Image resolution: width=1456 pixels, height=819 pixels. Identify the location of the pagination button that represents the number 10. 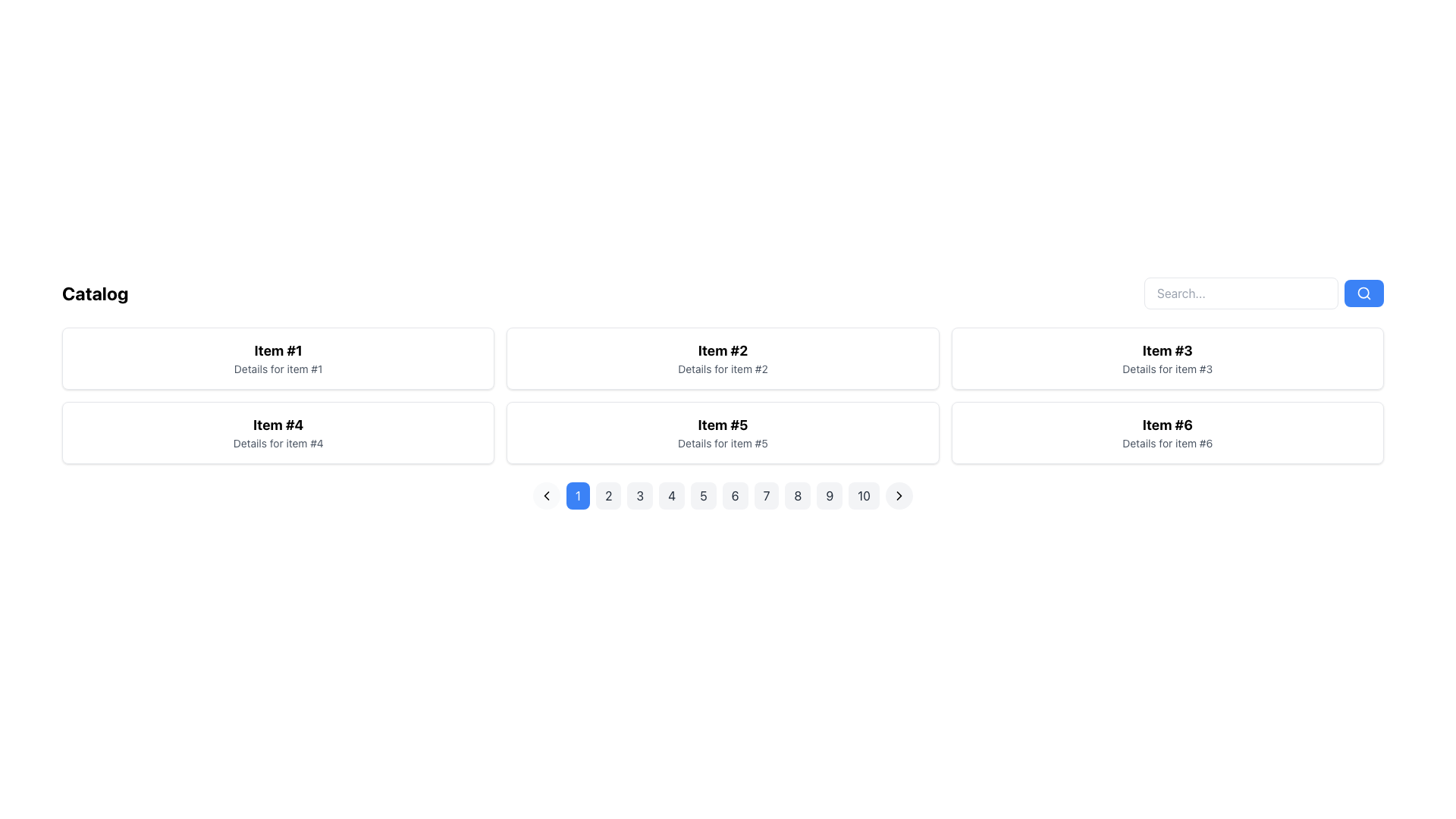
(864, 496).